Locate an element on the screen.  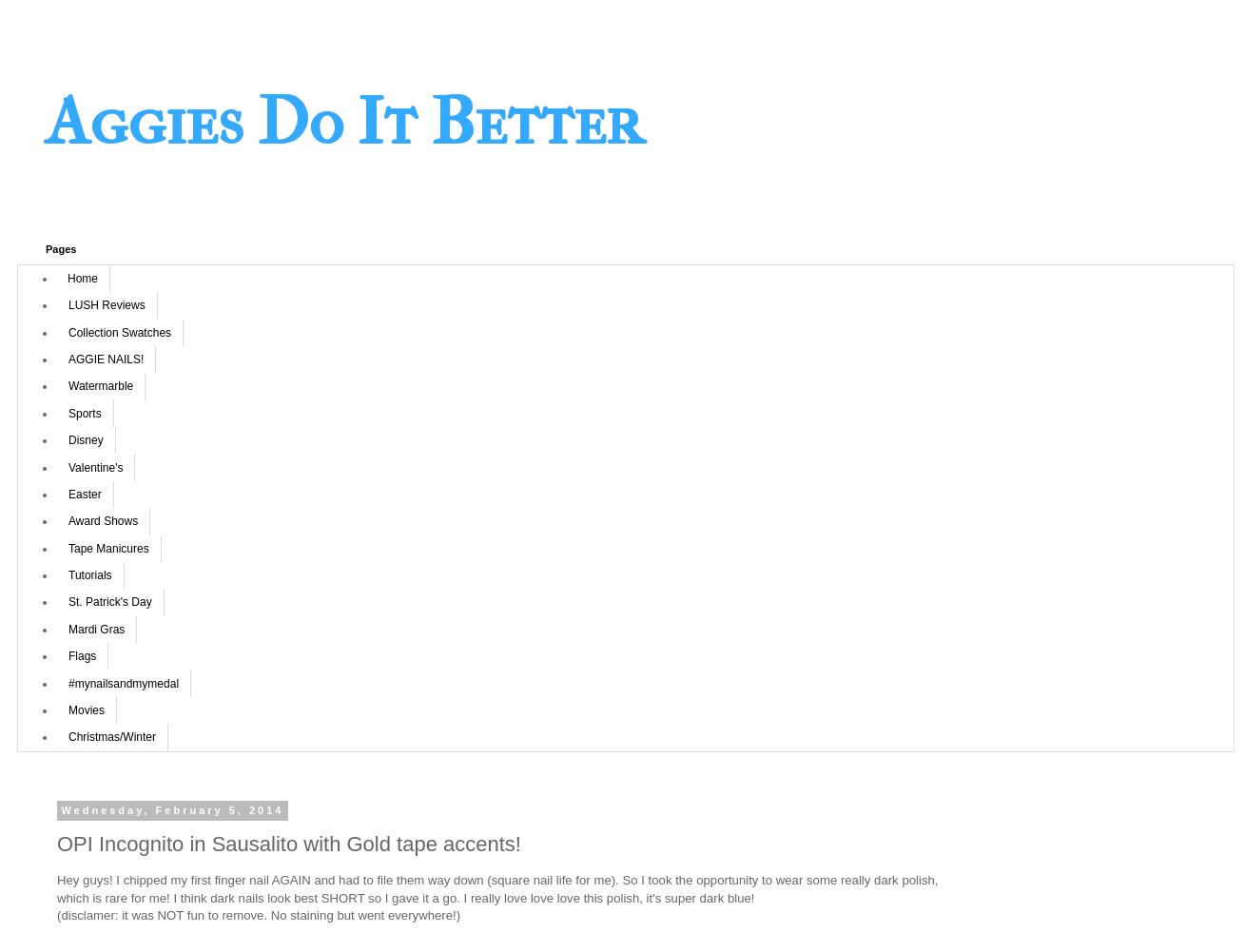
'Tutorials' is located at coordinates (88, 575).